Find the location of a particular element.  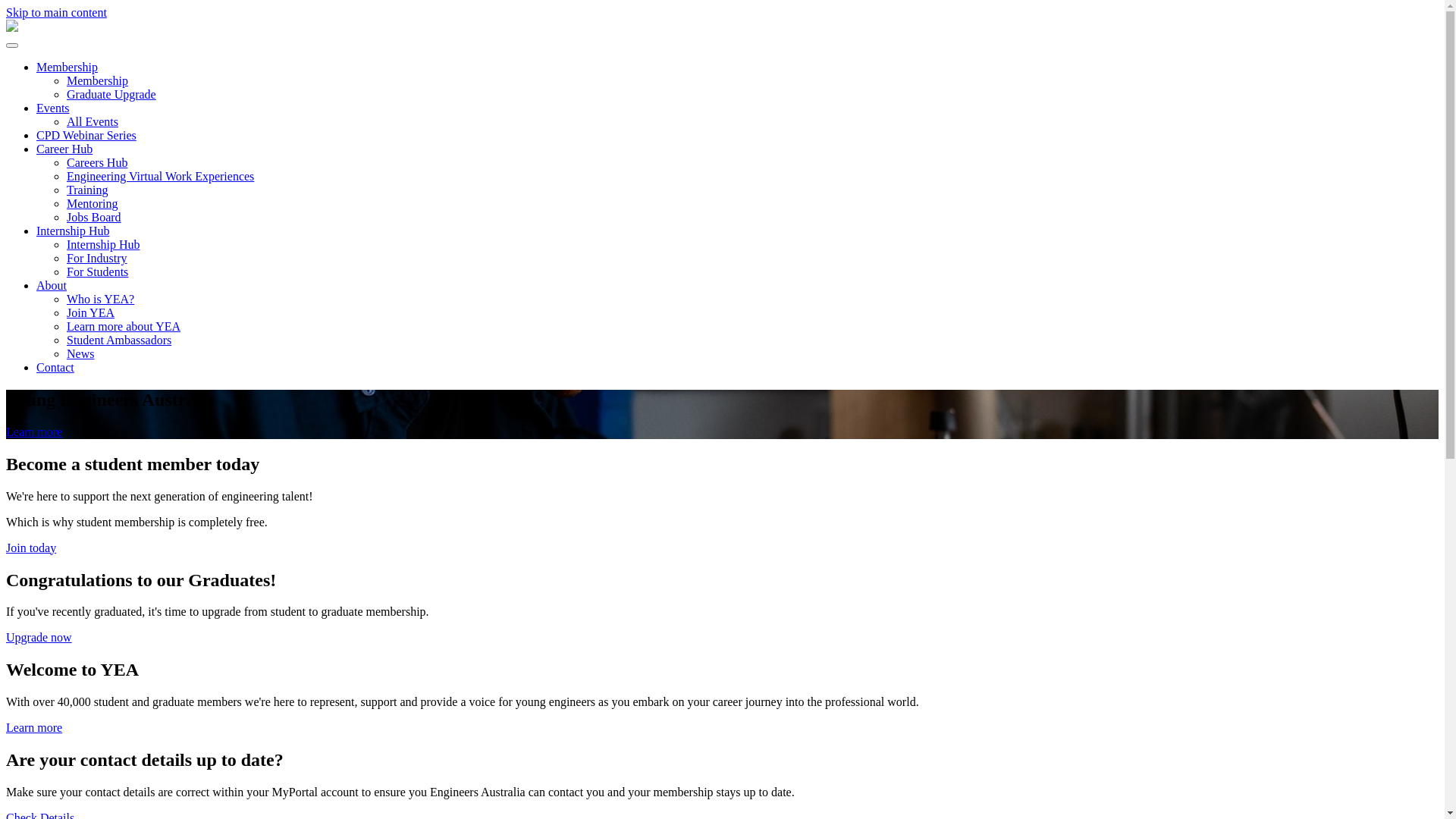

'Events' is located at coordinates (53, 107).